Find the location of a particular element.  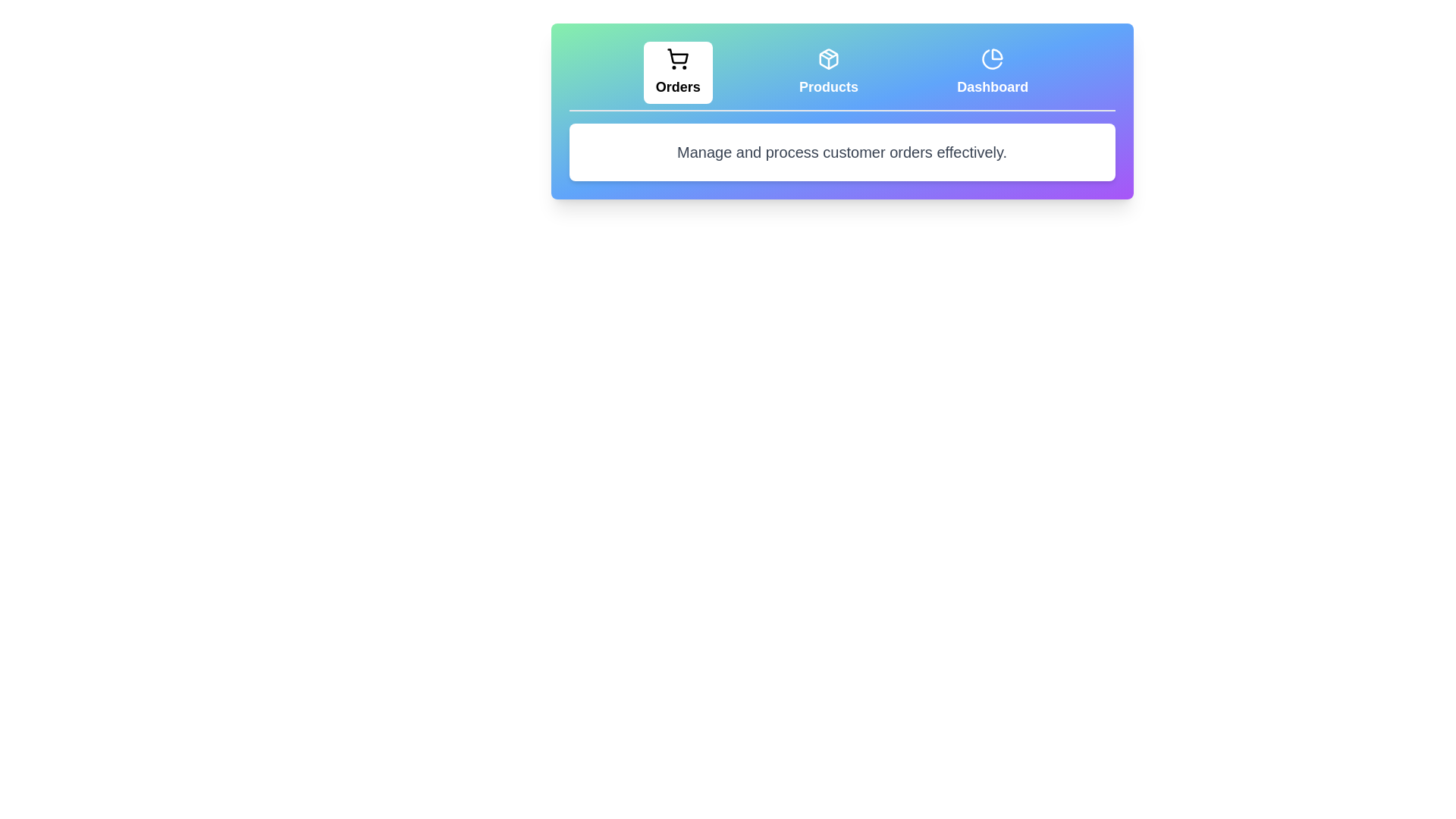

the tab labeled Products to observe its hover effect is located at coordinates (828, 73).